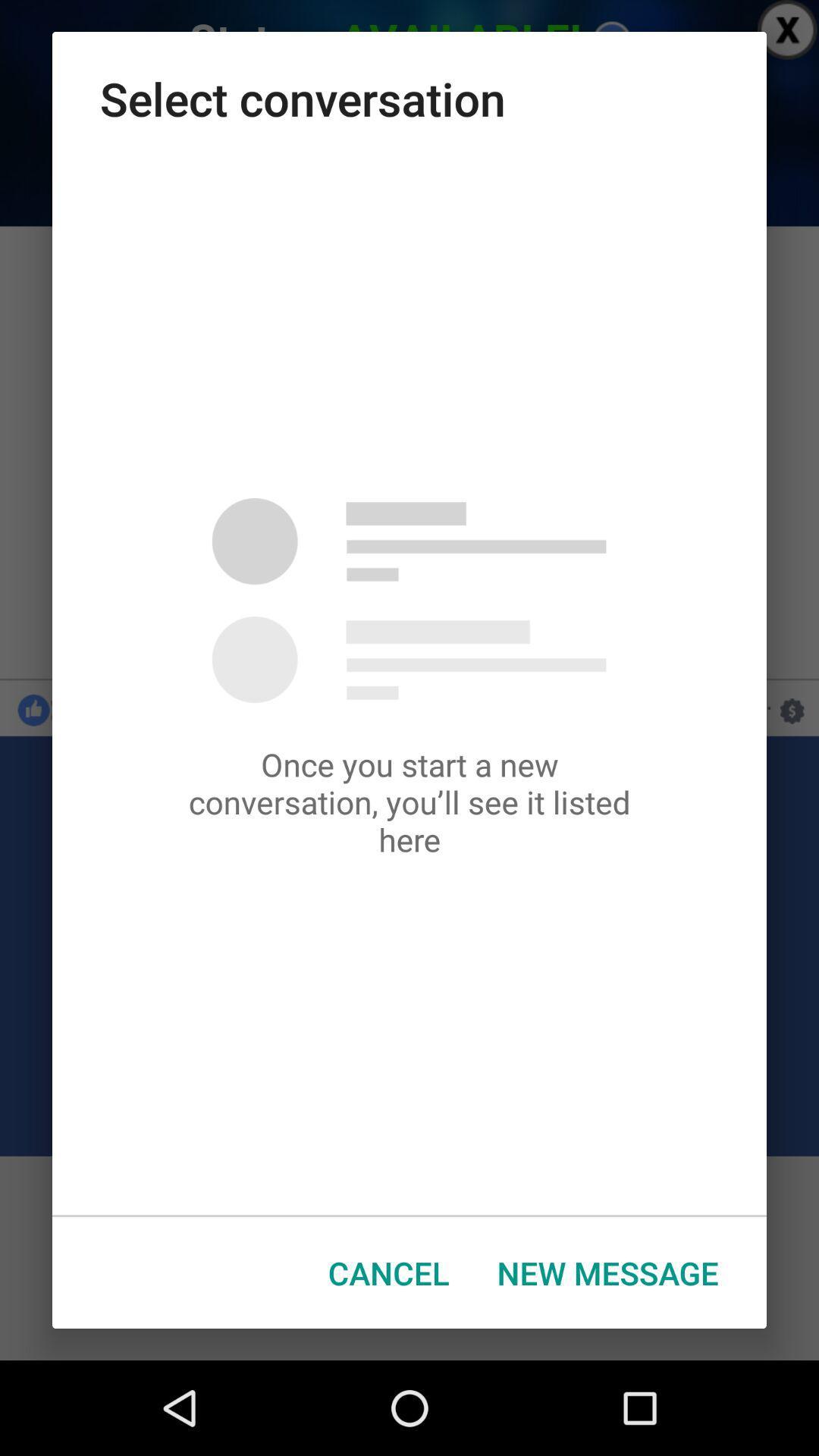  What do you see at coordinates (607, 1272) in the screenshot?
I see `the button next to the cancel icon` at bounding box center [607, 1272].